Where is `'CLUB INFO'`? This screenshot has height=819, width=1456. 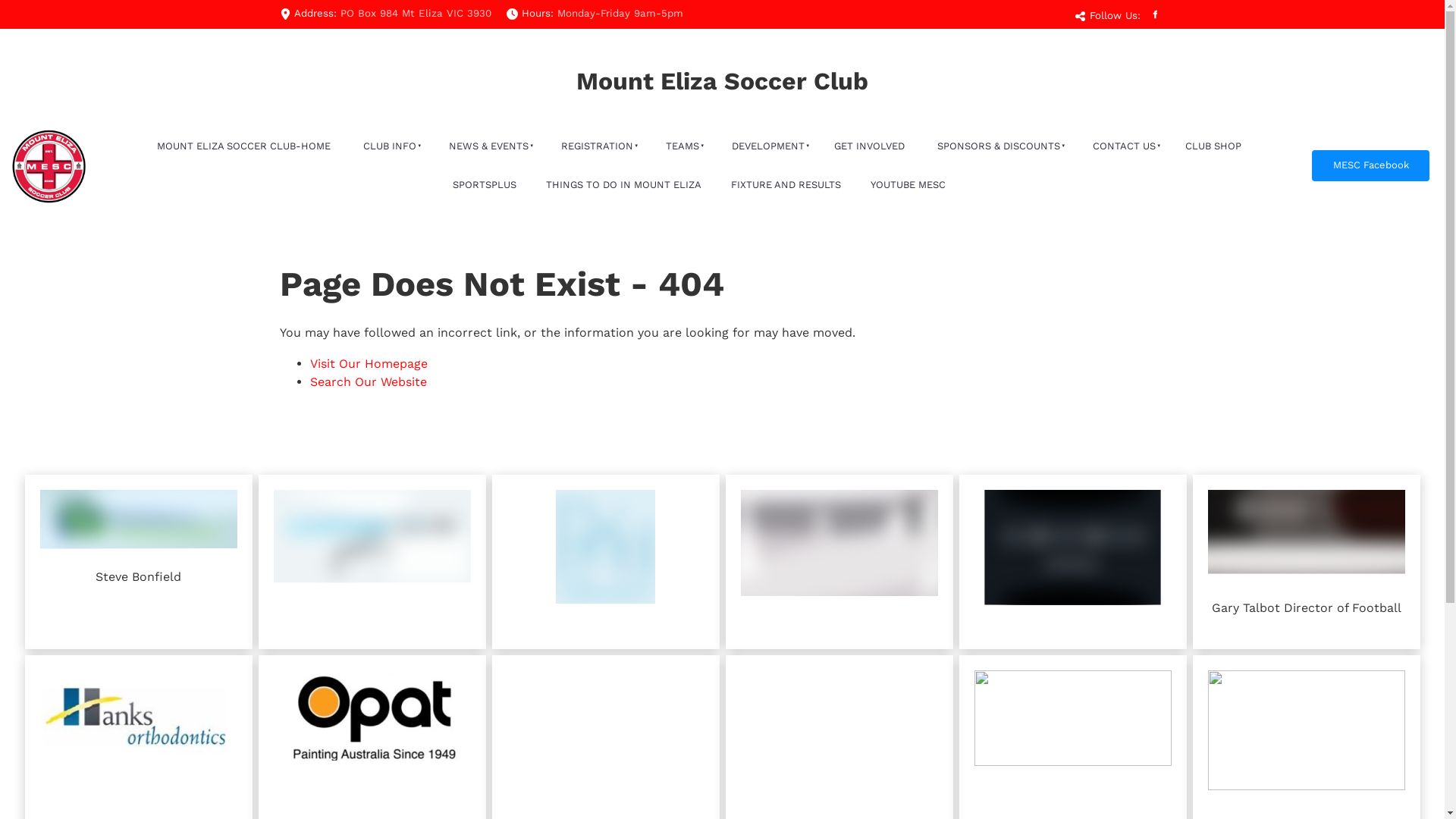
'CLUB INFO' is located at coordinates (388, 146).